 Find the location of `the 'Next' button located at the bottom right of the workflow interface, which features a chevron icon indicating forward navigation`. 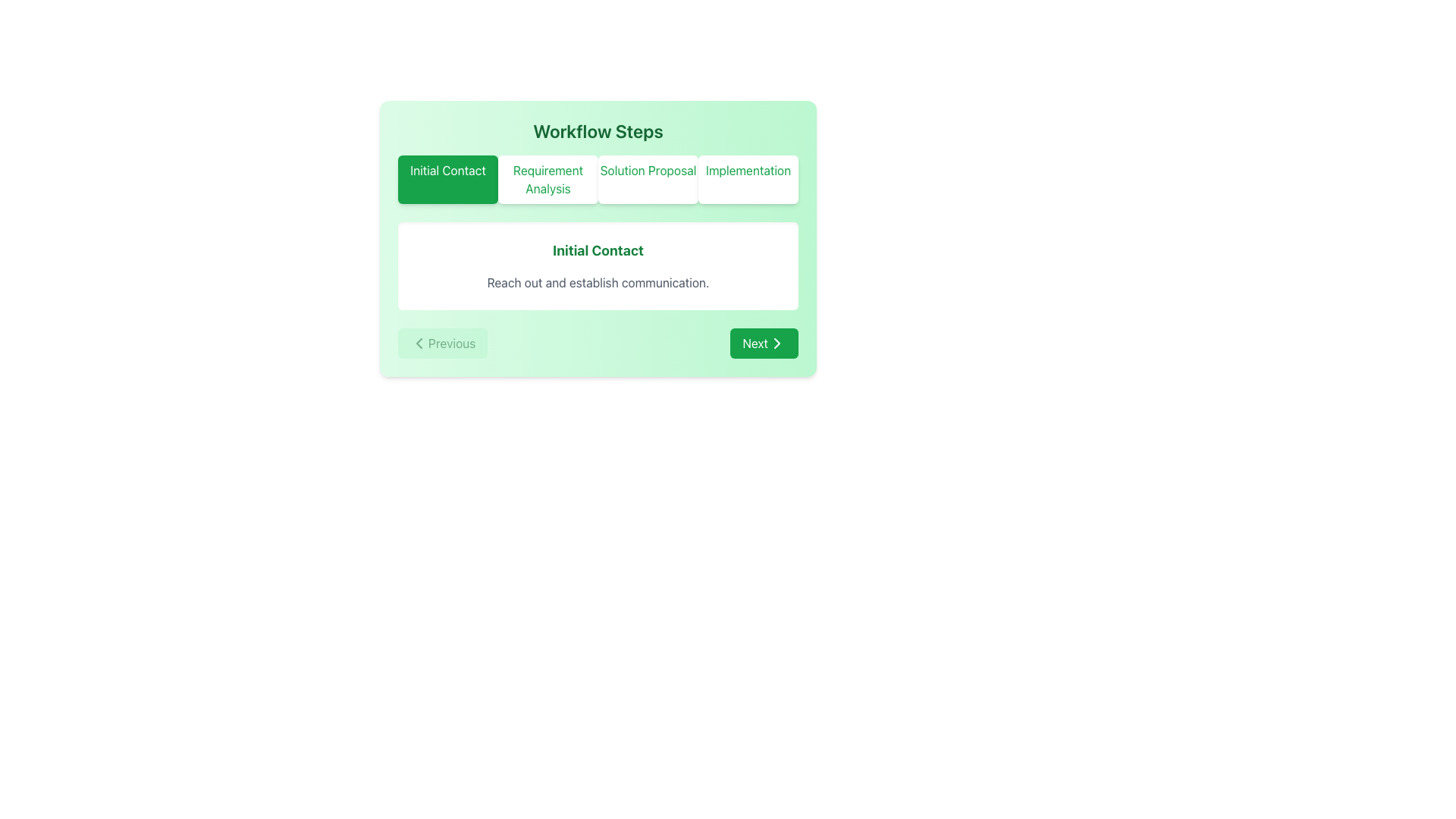

the 'Next' button located at the bottom right of the workflow interface, which features a chevron icon indicating forward navigation is located at coordinates (777, 343).